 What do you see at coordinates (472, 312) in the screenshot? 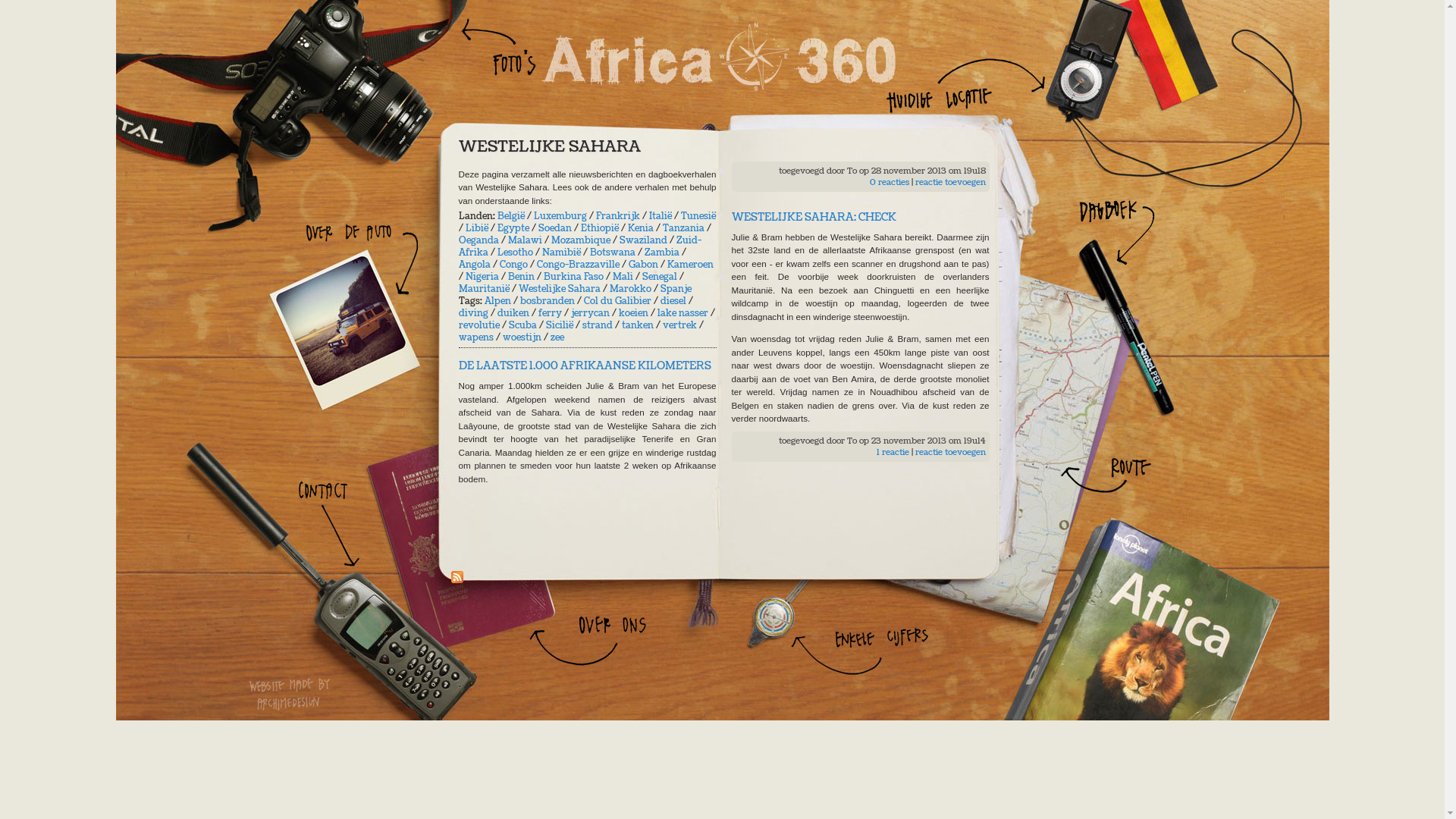
I see `'diving'` at bounding box center [472, 312].